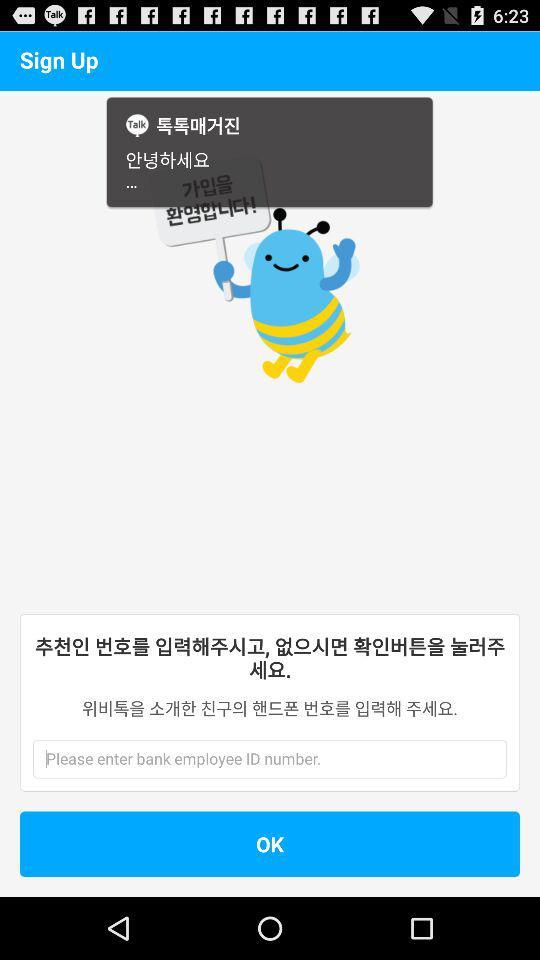  What do you see at coordinates (249, 758) in the screenshot?
I see `employee id entry area` at bounding box center [249, 758].